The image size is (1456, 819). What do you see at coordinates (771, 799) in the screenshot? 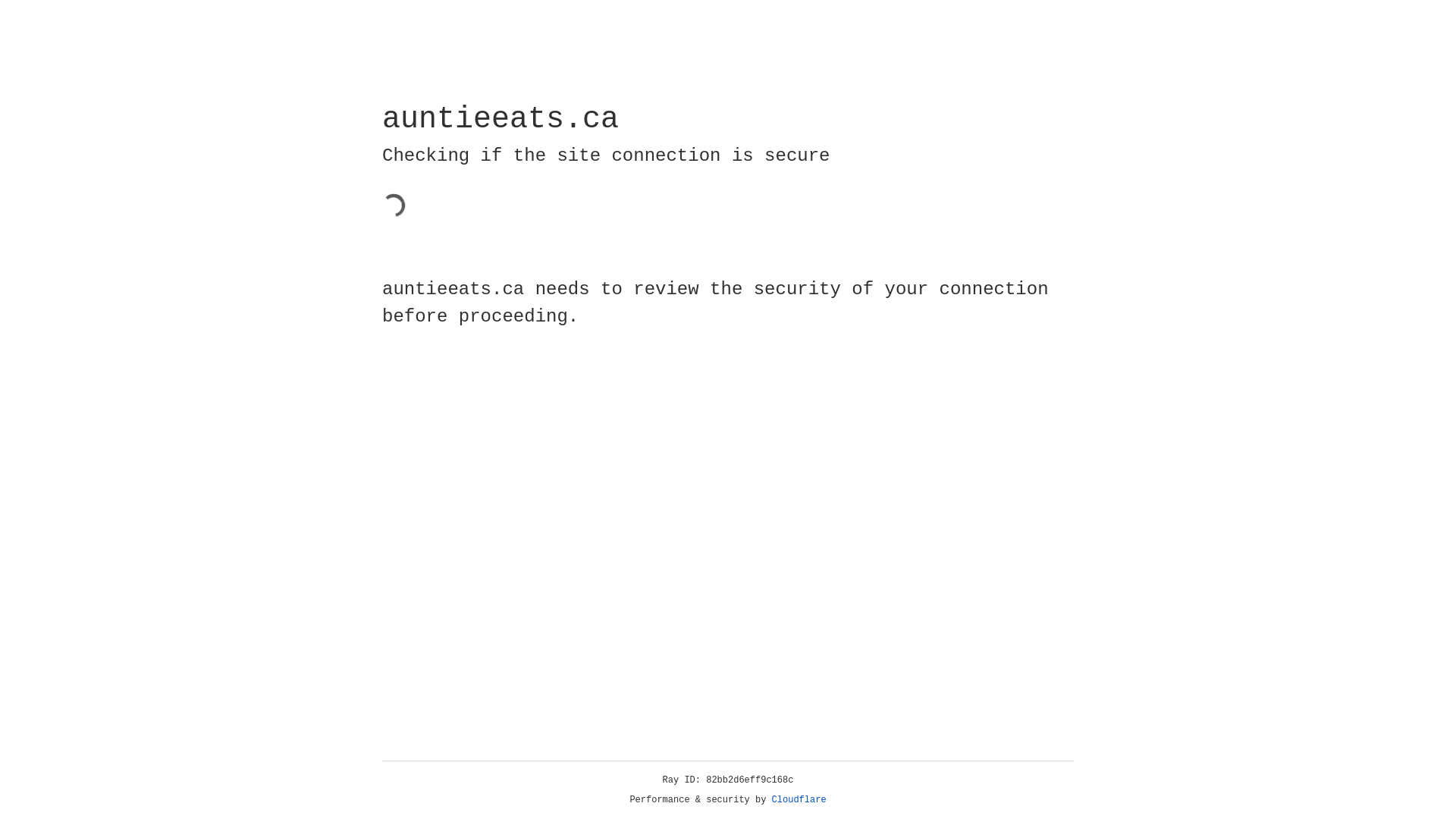
I see `'Cloudflare'` at bounding box center [771, 799].